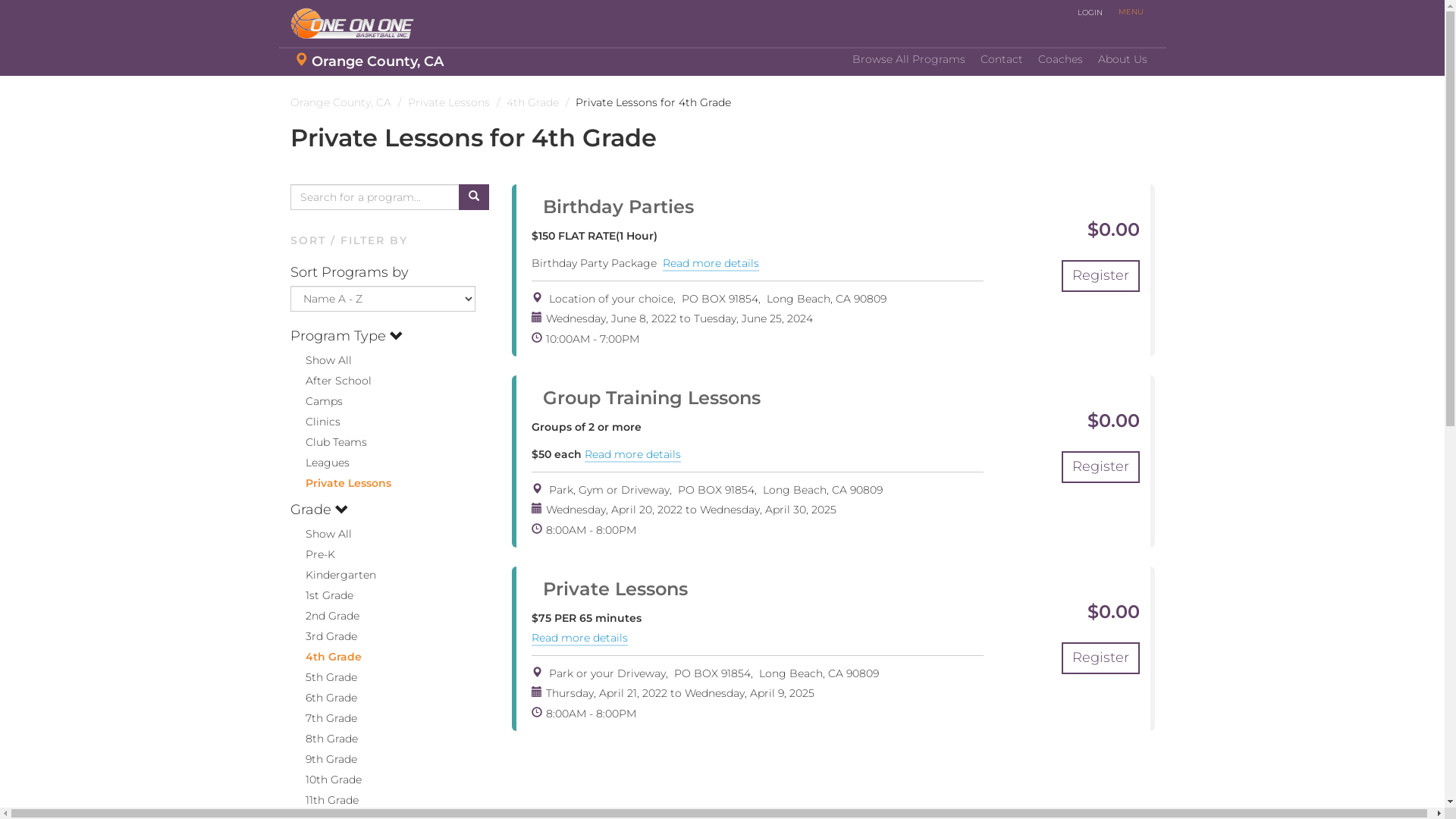  Describe the element at coordinates (1001, 58) in the screenshot. I see `'Contact'` at that location.